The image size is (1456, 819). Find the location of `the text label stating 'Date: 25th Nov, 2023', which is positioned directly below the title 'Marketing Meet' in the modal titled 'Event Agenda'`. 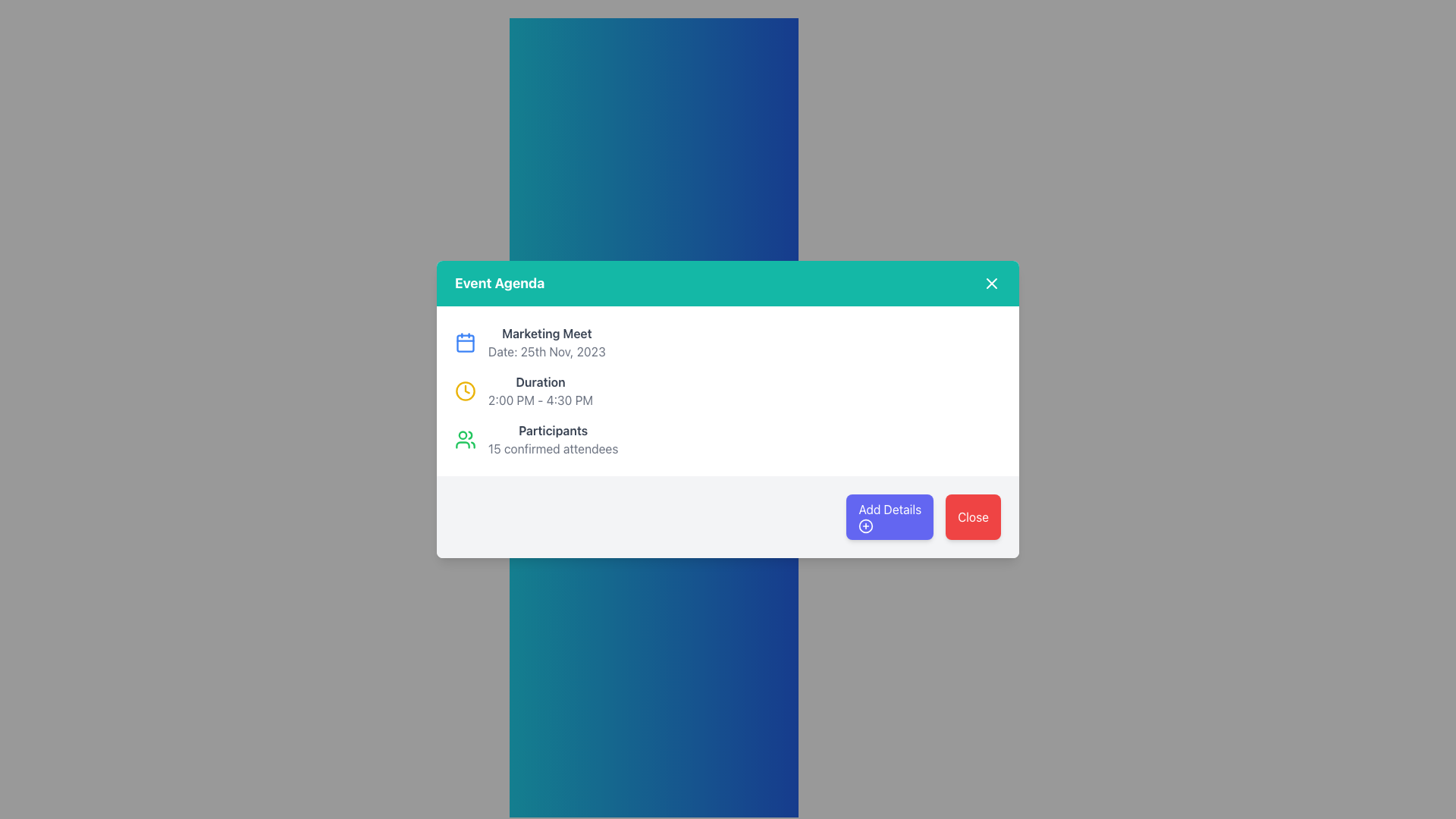

the text label stating 'Date: 25th Nov, 2023', which is positioned directly below the title 'Marketing Meet' in the modal titled 'Event Agenda' is located at coordinates (546, 351).